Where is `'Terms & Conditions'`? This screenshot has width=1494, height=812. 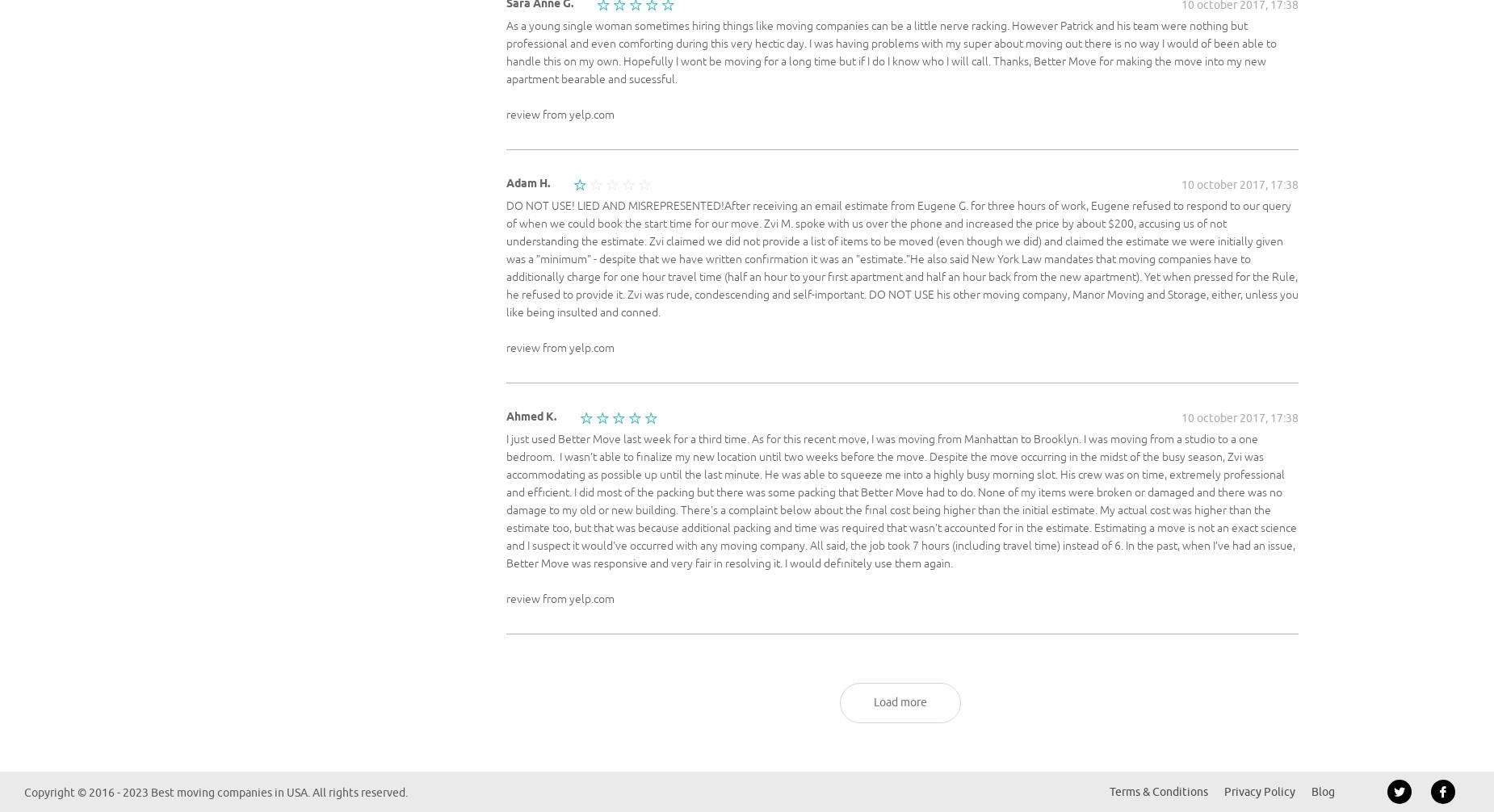 'Terms & Conditions' is located at coordinates (1159, 791).